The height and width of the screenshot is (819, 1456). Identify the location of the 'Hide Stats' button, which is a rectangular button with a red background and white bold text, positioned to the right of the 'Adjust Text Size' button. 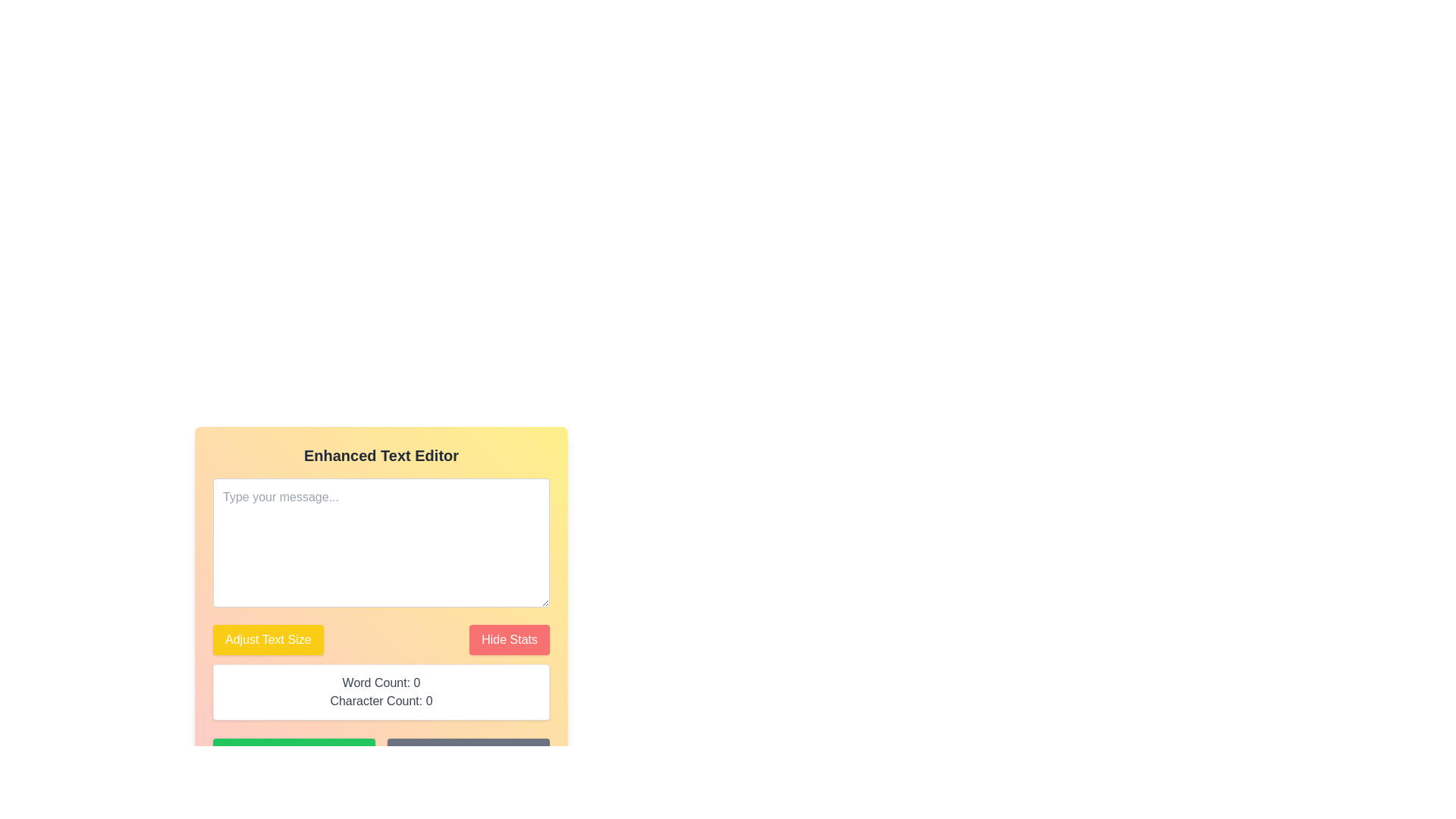
(510, 640).